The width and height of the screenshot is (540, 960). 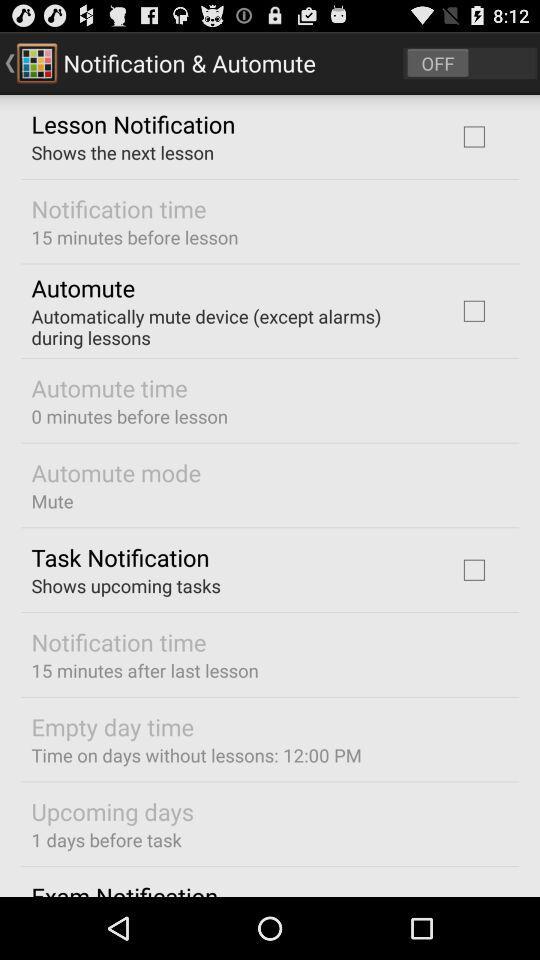 I want to click on the item to the right of notification & automute app, so click(x=470, y=62).